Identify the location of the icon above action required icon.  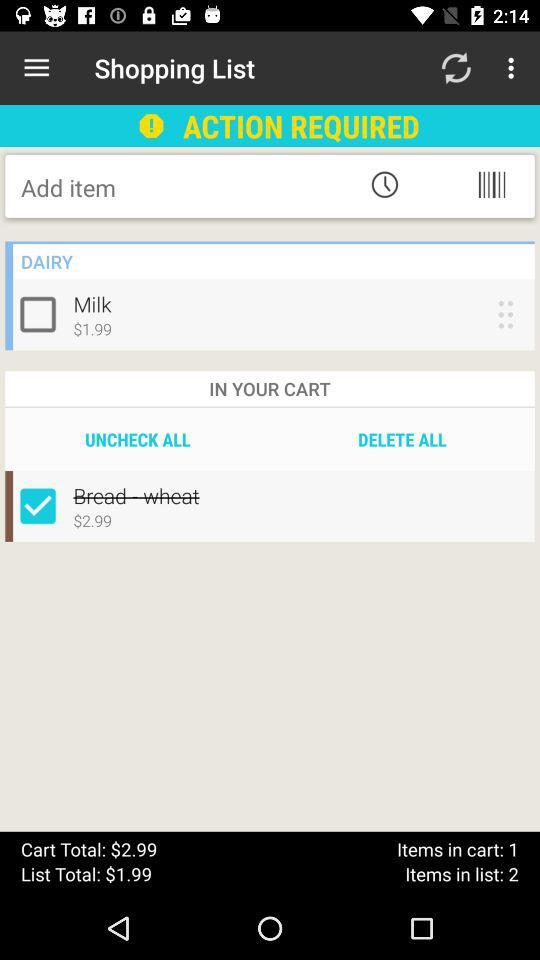
(455, 68).